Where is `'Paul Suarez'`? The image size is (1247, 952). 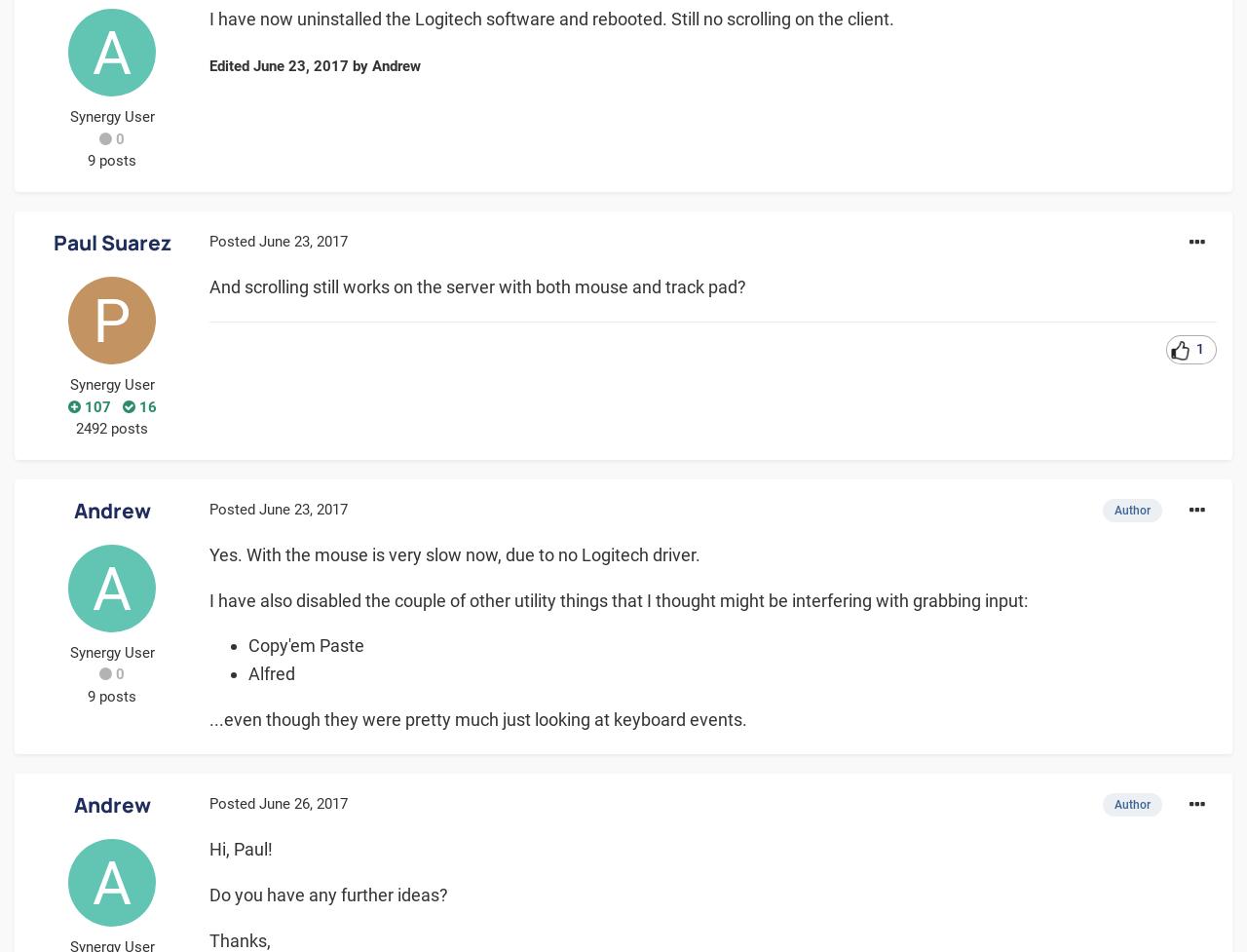 'Paul Suarez' is located at coordinates (110, 240).